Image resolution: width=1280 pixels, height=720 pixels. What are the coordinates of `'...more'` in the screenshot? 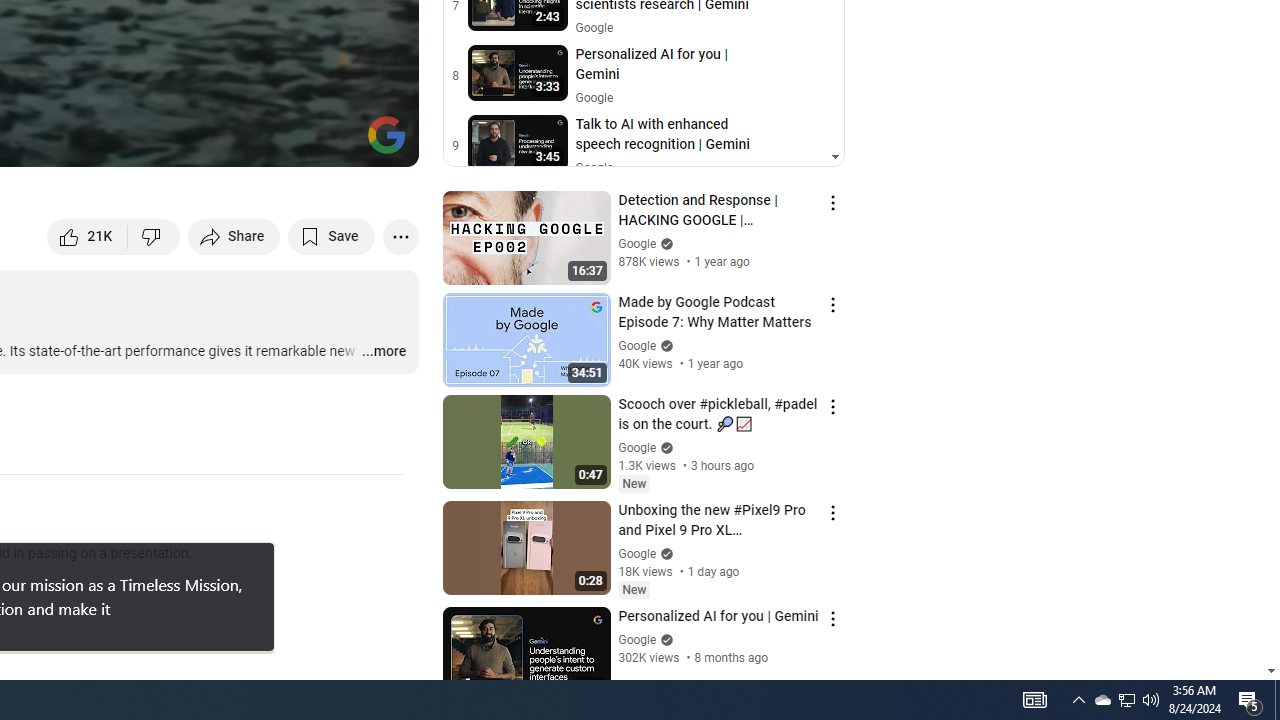 It's located at (383, 351).